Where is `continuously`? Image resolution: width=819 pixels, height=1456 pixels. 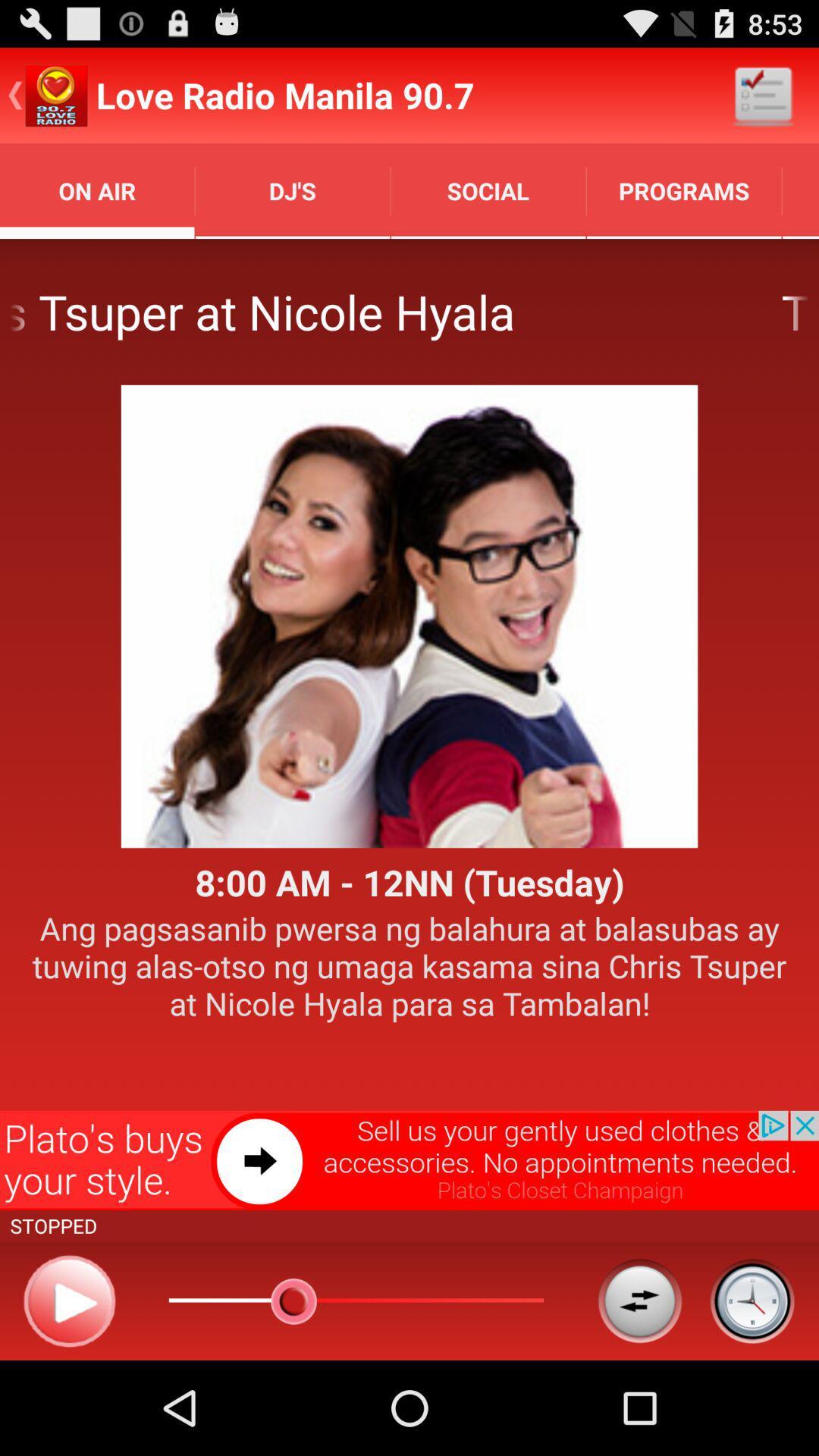 continuously is located at coordinates (639, 1300).